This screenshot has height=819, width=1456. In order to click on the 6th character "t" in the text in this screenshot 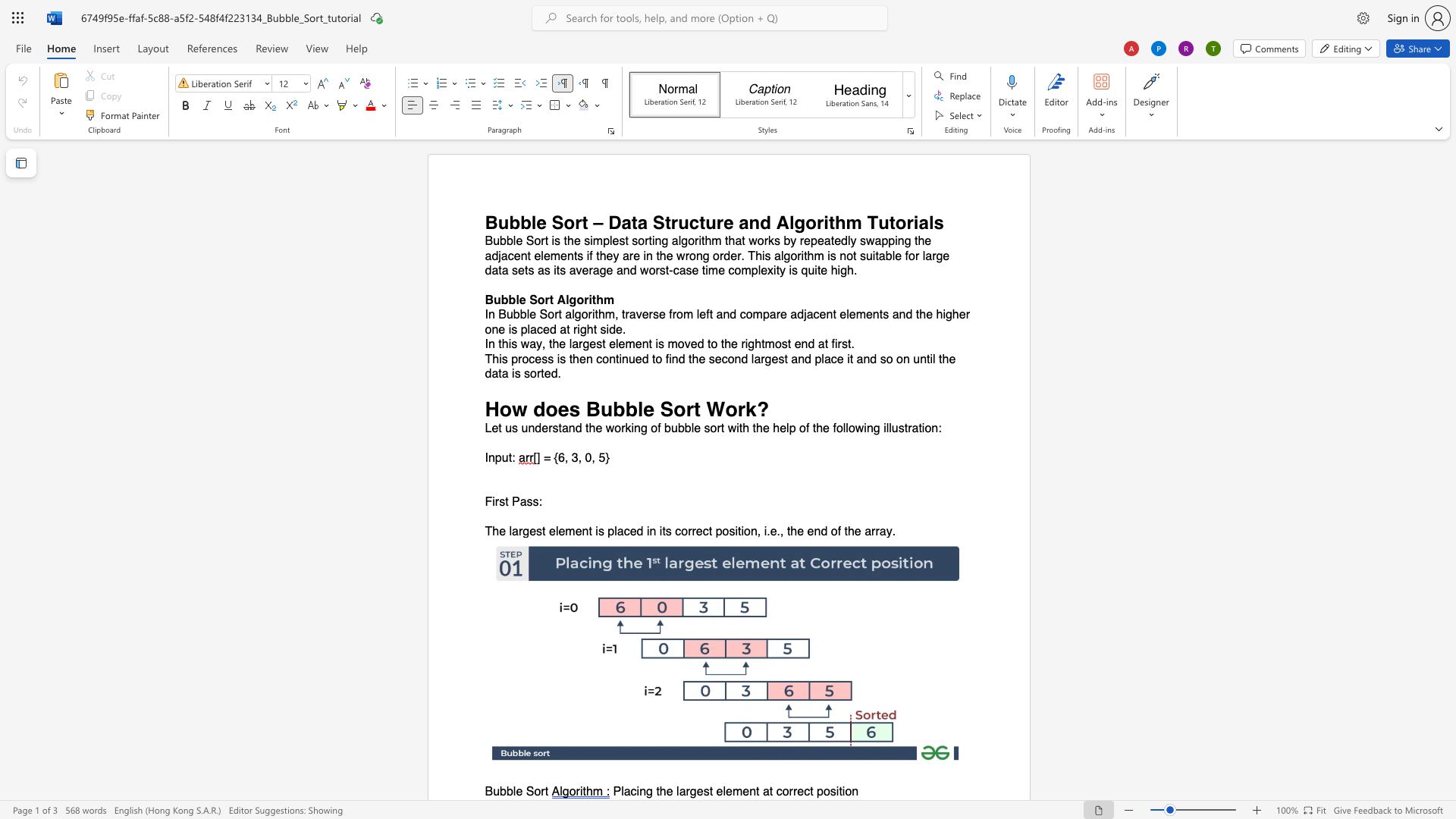, I will do `click(851, 359)`.